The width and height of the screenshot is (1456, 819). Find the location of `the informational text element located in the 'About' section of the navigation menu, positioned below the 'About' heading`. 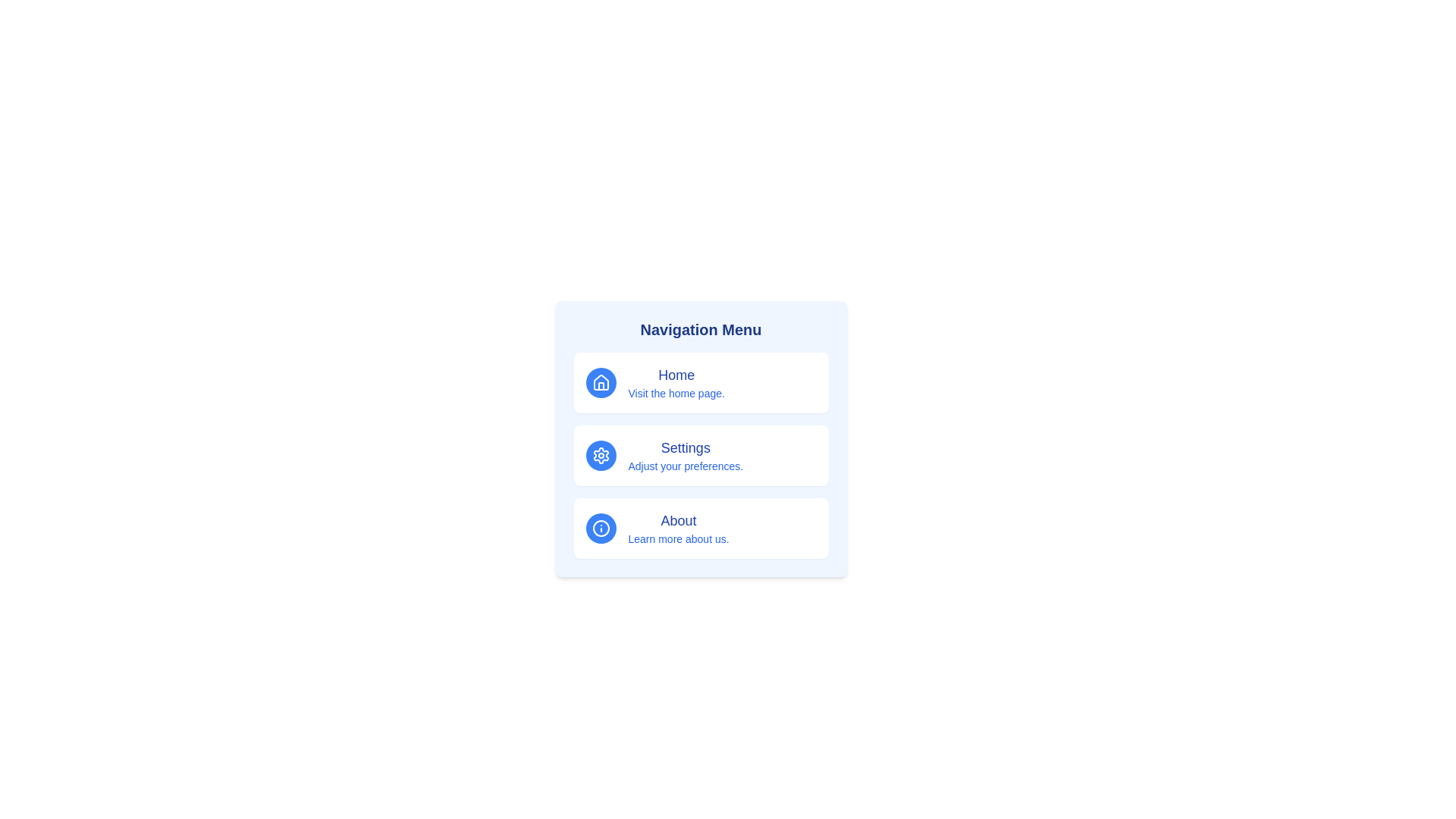

the informational text element located in the 'About' section of the navigation menu, positioned below the 'About' heading is located at coordinates (678, 538).